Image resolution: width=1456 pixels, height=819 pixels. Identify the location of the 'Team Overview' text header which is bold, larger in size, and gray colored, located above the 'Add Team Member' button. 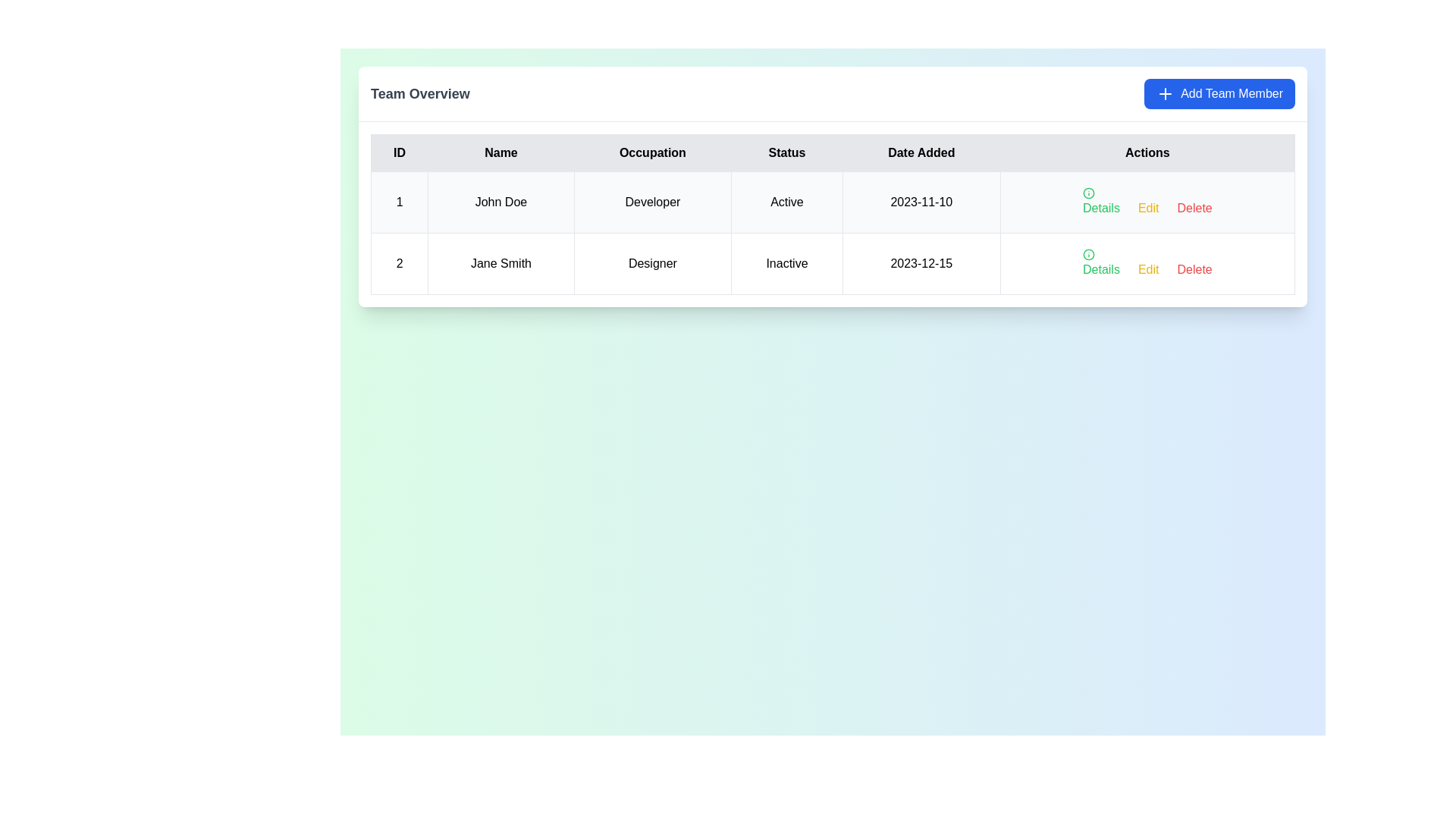
(420, 93).